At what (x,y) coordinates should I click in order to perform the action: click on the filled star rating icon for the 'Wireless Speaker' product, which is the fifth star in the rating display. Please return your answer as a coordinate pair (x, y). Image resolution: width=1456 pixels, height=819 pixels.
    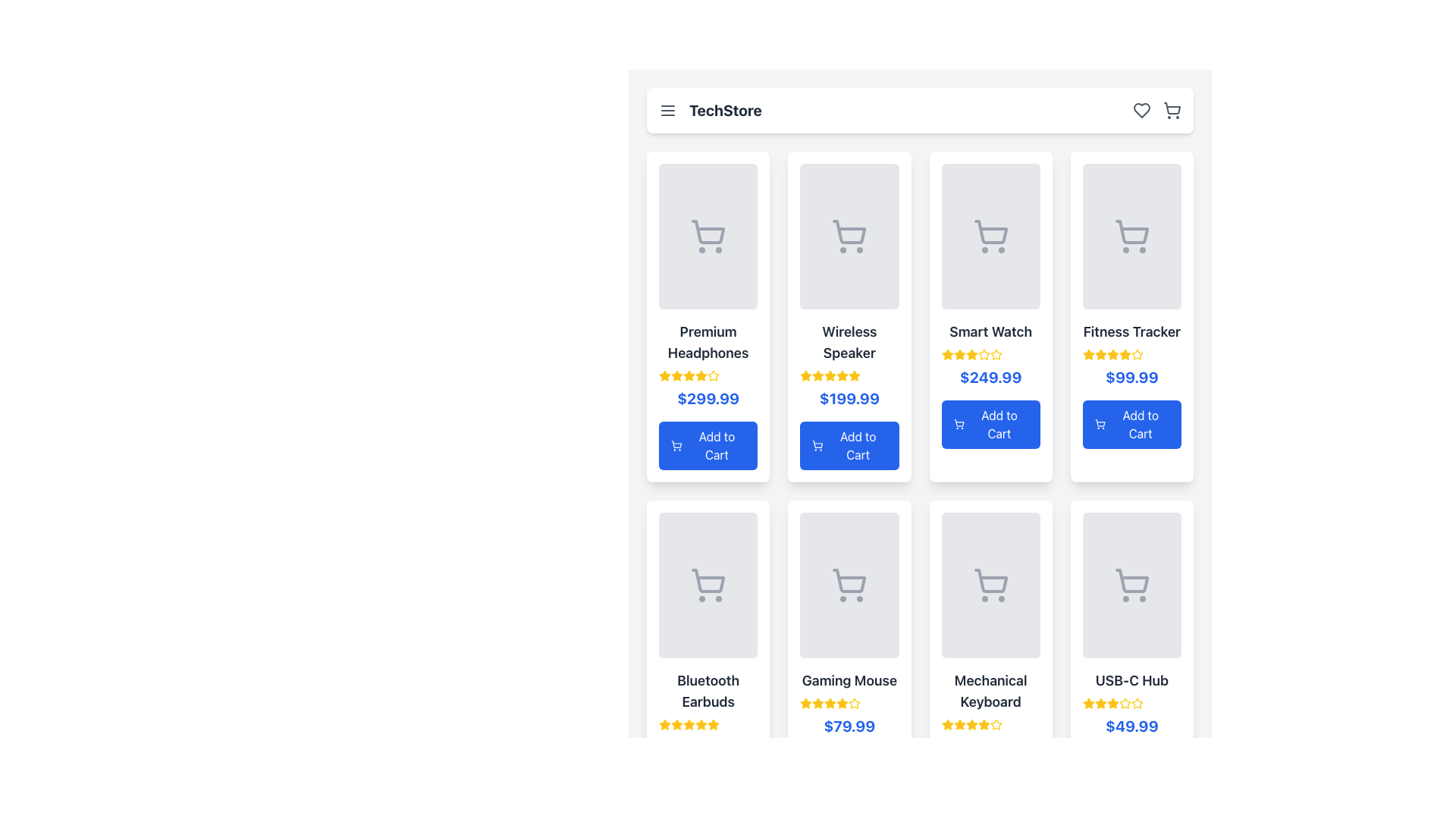
    Looking at the image, I should click on (842, 375).